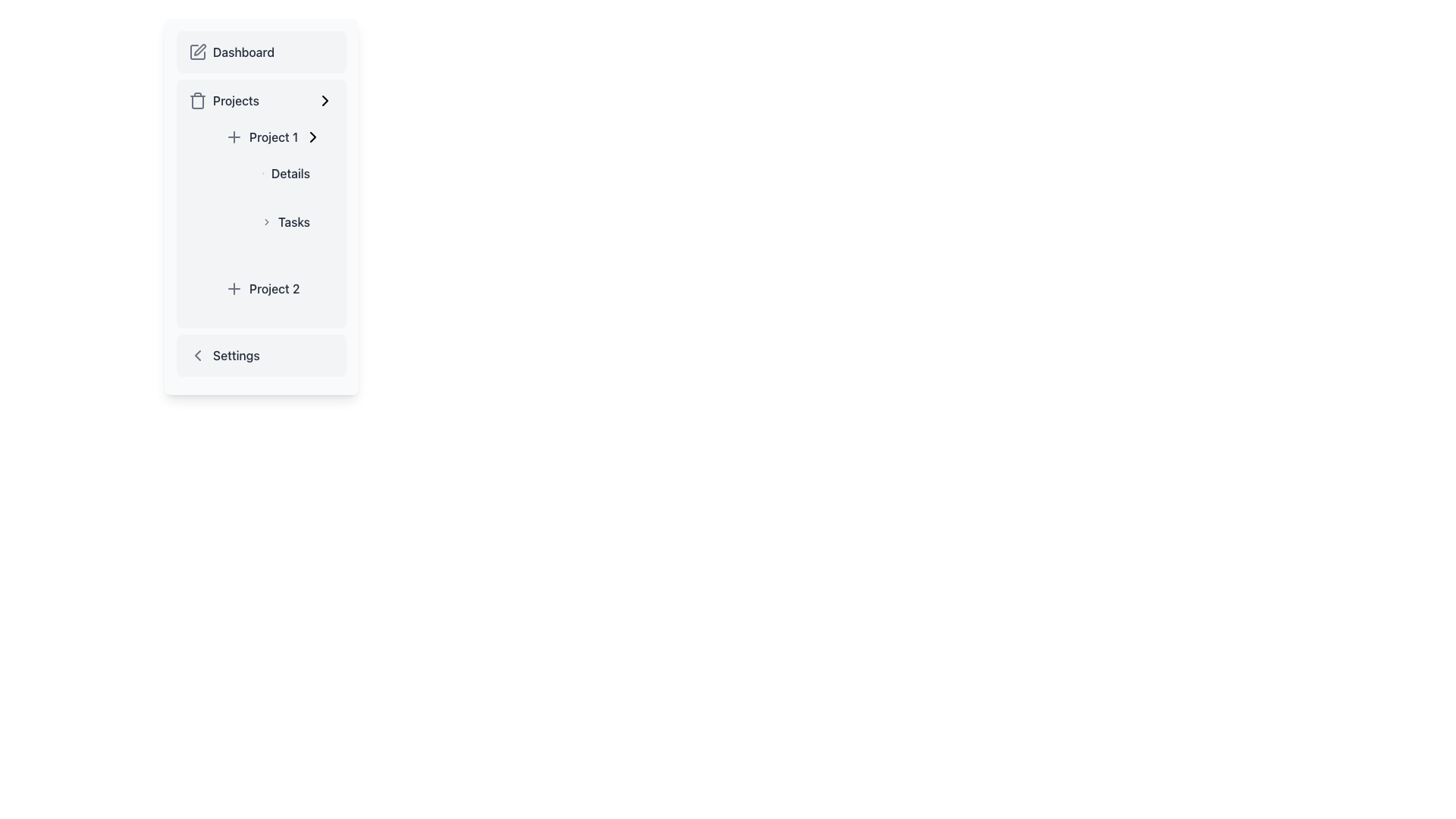 This screenshot has width=1456, height=819. What do you see at coordinates (312, 137) in the screenshot?
I see `the arrow icon located to the far right of the 'Project 1' menu item` at bounding box center [312, 137].